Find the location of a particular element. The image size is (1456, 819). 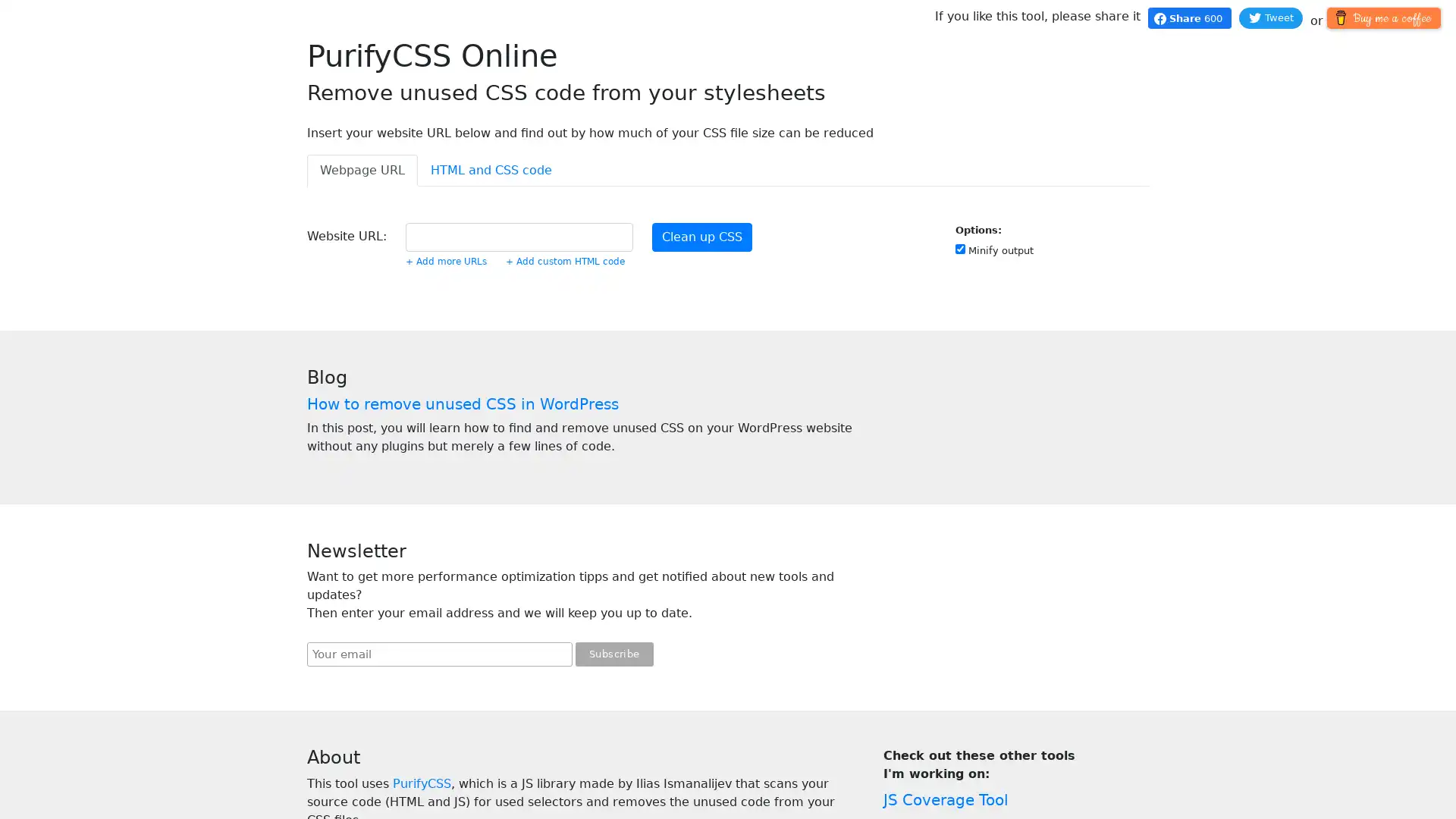

Subscribe is located at coordinates (614, 654).